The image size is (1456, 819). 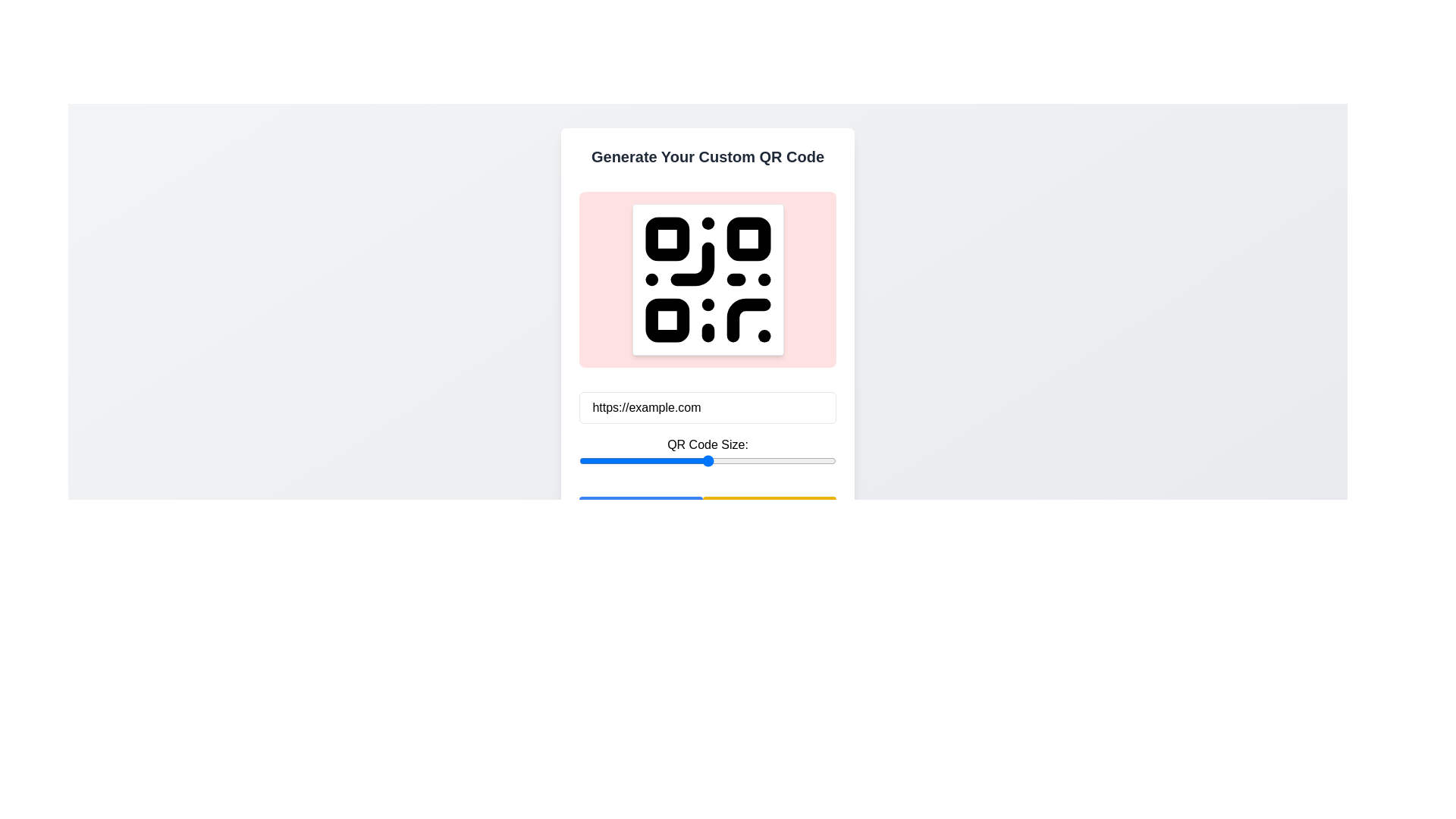 What do you see at coordinates (805, 460) in the screenshot?
I see `QR code size` at bounding box center [805, 460].